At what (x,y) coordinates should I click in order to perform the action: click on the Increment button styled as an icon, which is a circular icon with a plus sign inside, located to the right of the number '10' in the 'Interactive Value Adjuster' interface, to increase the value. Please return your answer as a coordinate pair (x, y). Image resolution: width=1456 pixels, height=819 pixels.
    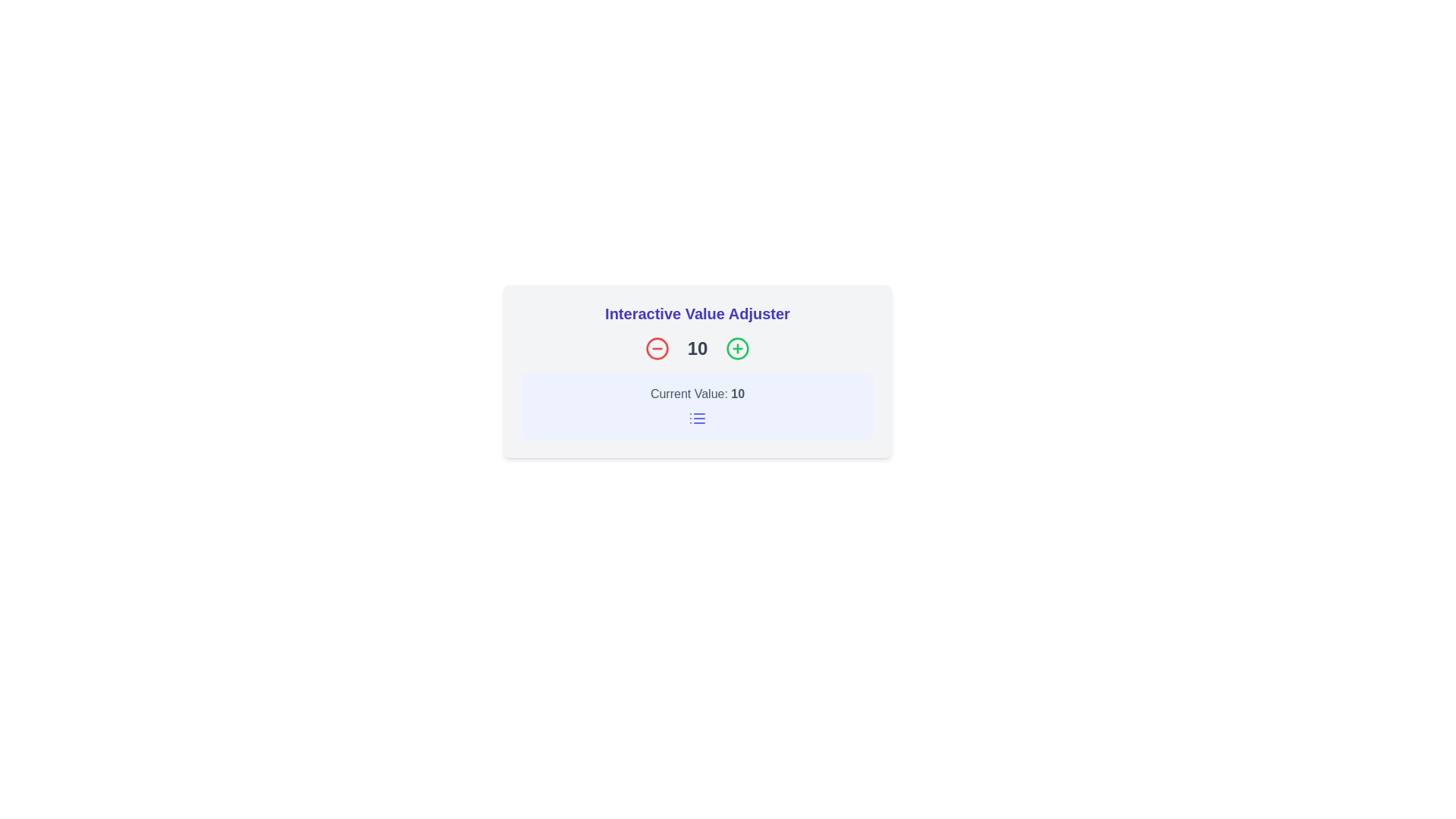
    Looking at the image, I should click on (738, 348).